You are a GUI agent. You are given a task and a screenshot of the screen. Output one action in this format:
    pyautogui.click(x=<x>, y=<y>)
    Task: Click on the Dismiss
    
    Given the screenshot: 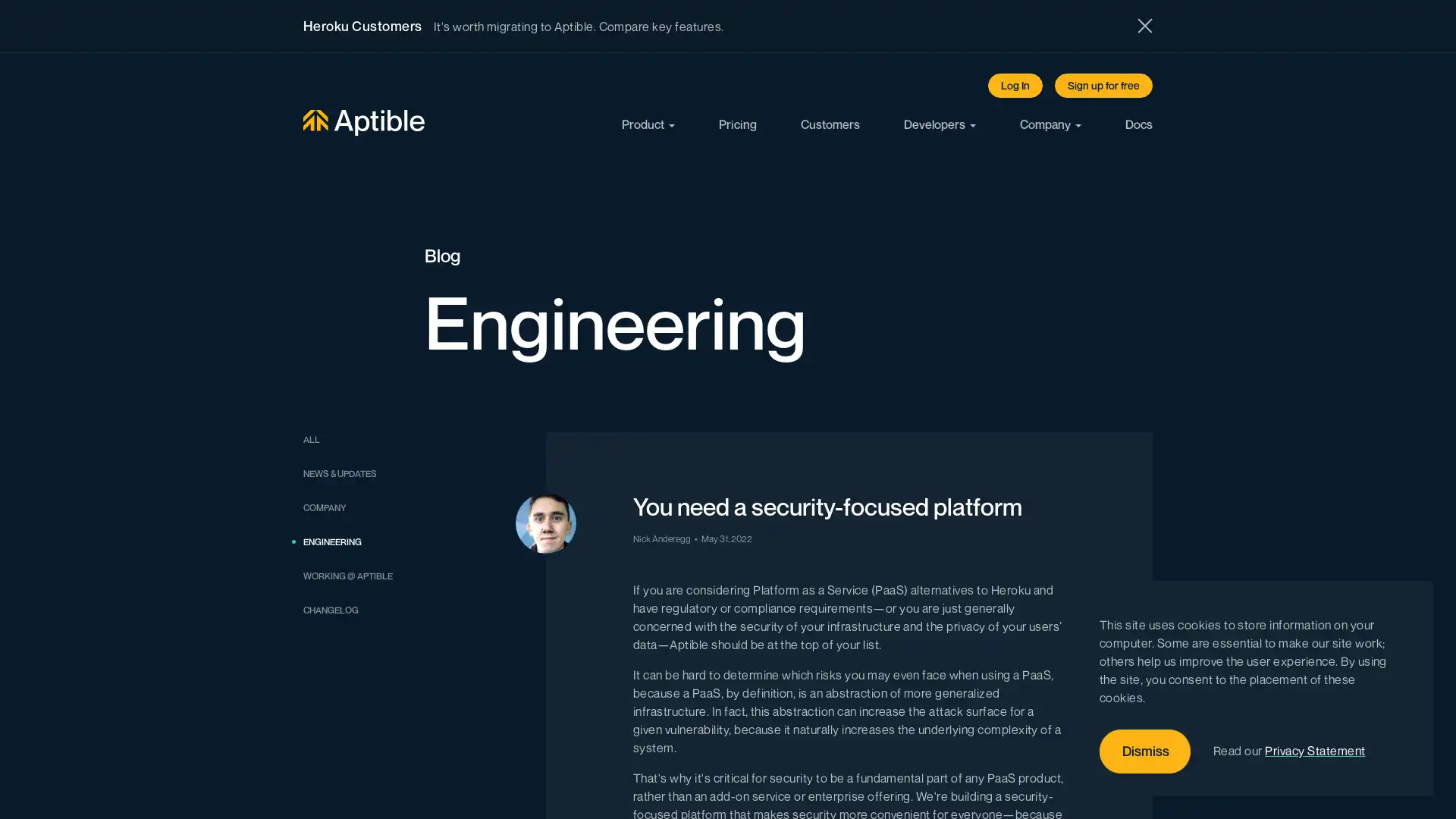 What is the action you would take?
    pyautogui.click(x=1145, y=752)
    